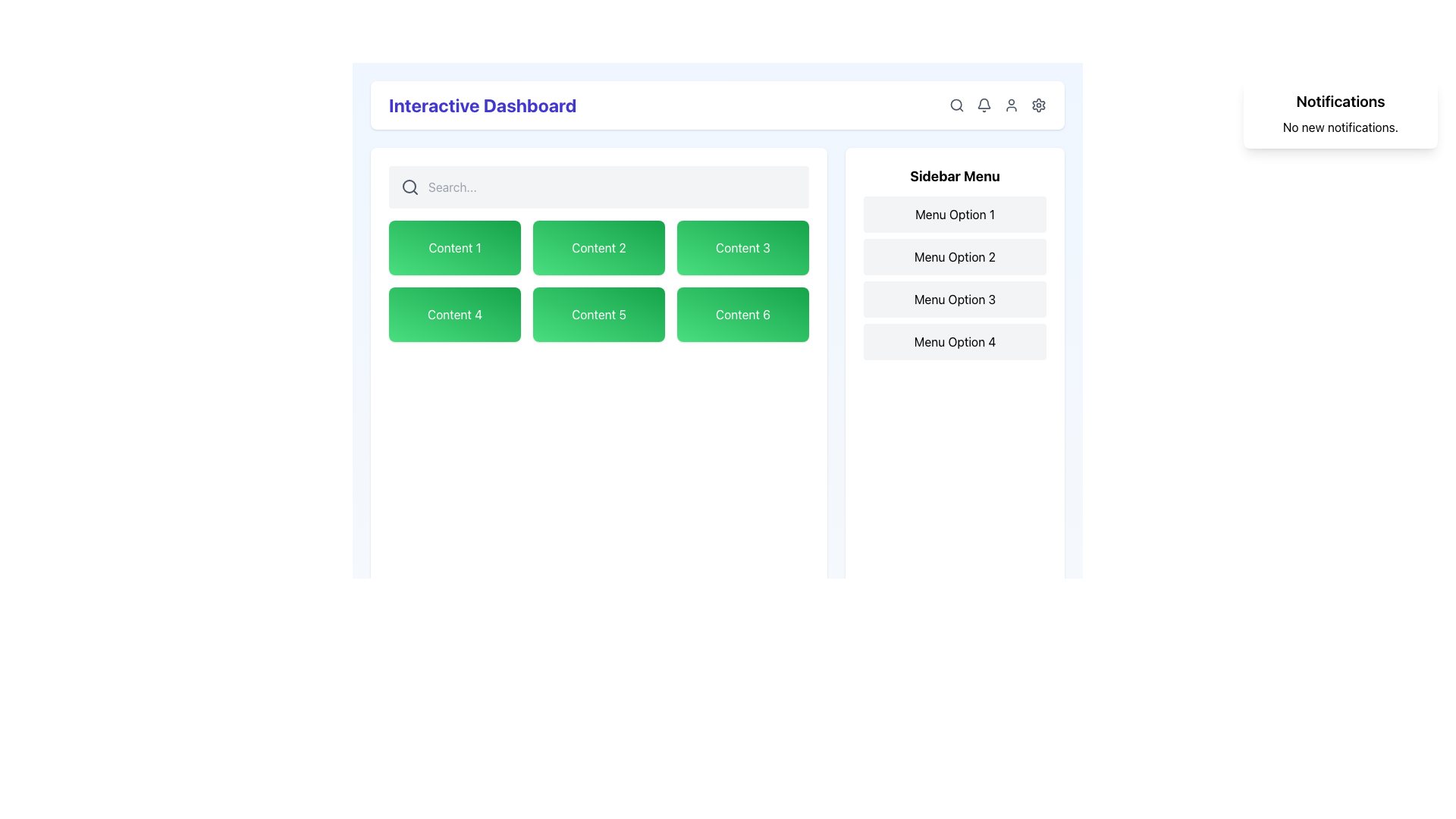 This screenshot has height=819, width=1456. What do you see at coordinates (954, 299) in the screenshot?
I see `the 'Menu Option 3' button in the sidebar menu by` at bounding box center [954, 299].